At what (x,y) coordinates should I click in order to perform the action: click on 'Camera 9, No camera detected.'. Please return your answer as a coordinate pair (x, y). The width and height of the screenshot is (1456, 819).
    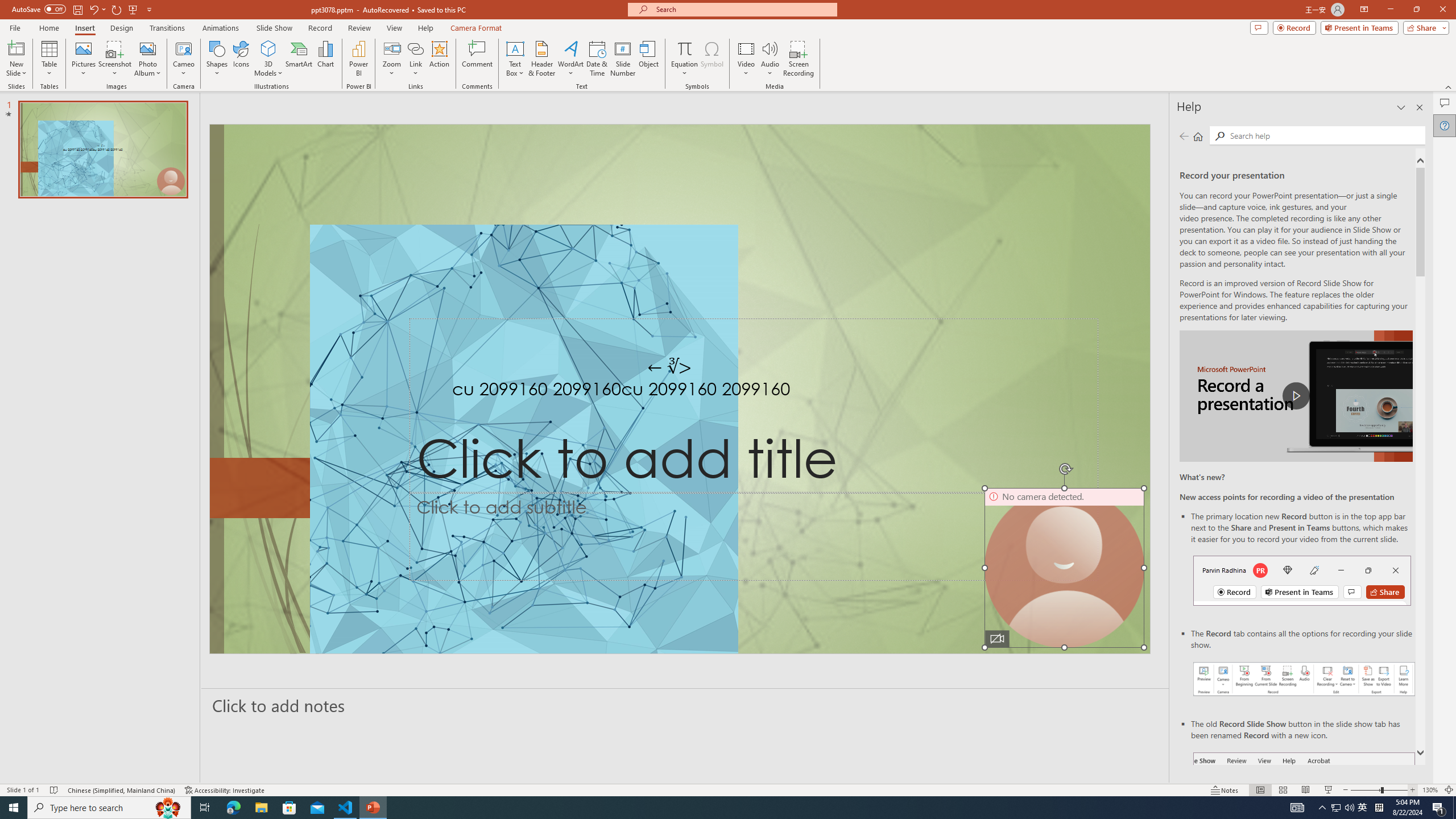
    Looking at the image, I should click on (1064, 566).